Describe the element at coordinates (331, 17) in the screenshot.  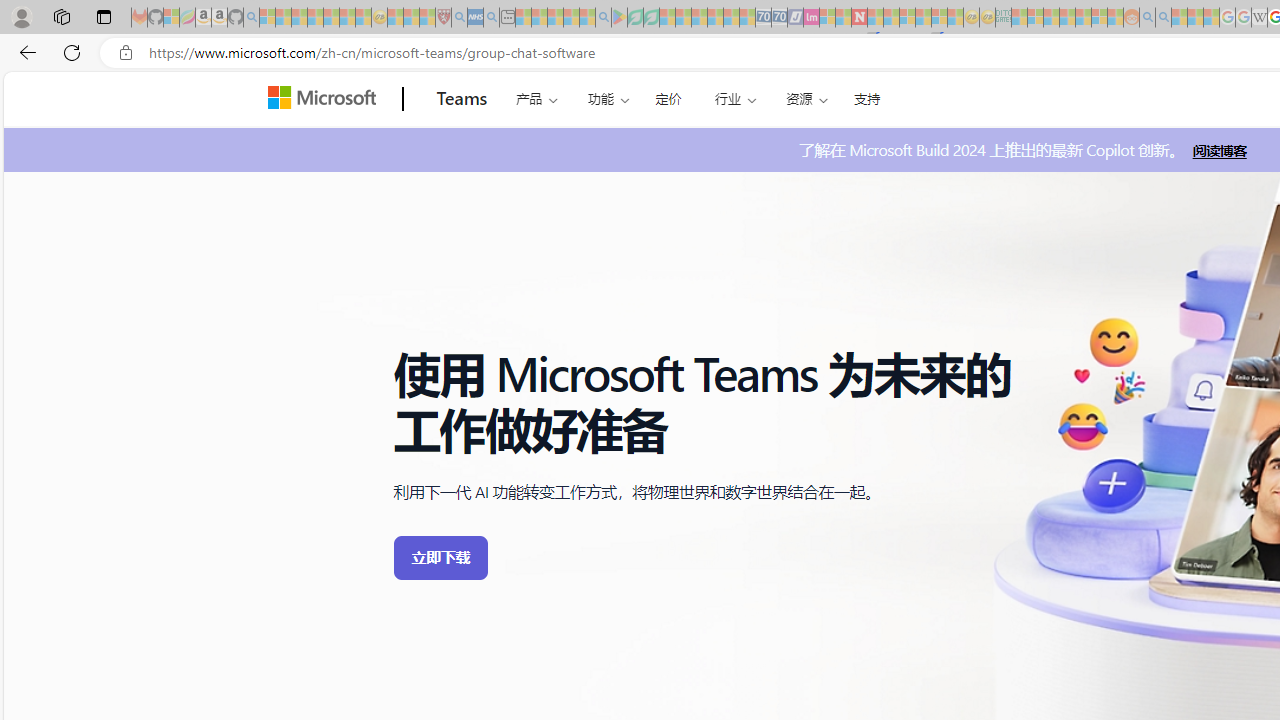
I see `'New Report Confirms 2023 Was Record Hot | Watch - Sleeping'` at that location.